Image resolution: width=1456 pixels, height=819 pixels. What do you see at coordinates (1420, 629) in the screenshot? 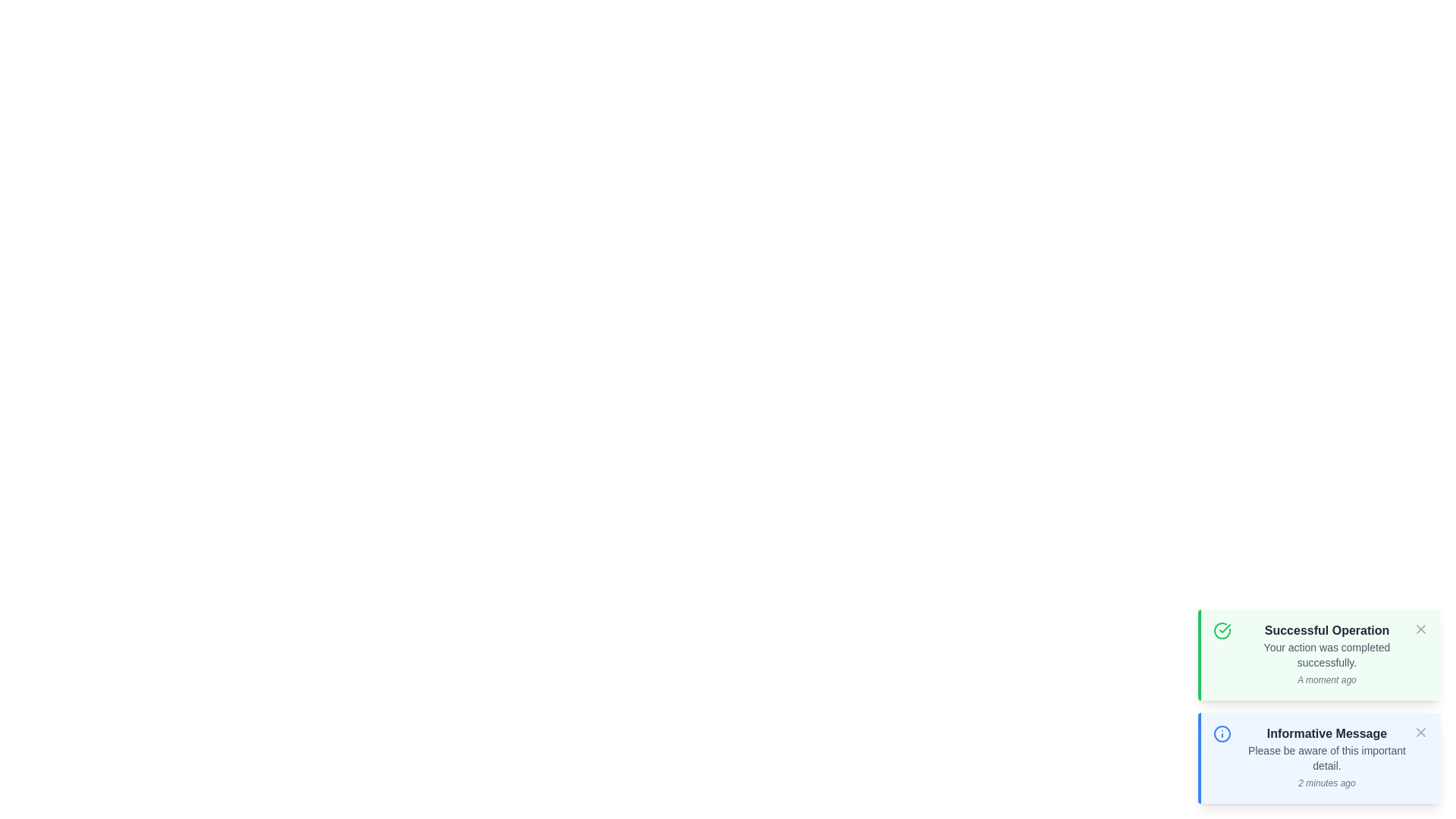
I see `close button of the notification to dismiss it` at bounding box center [1420, 629].